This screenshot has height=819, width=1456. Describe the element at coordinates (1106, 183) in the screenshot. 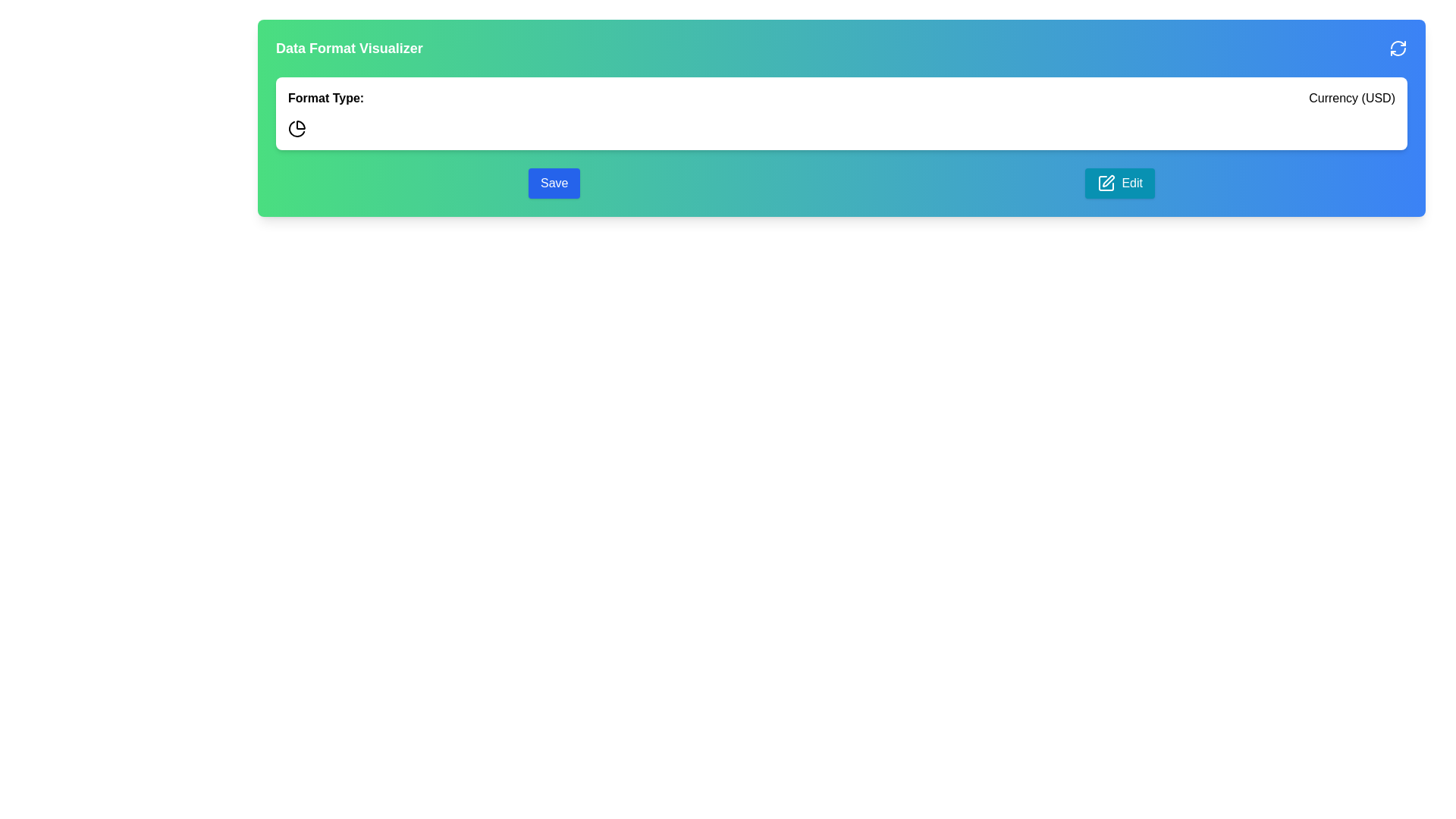

I see `the icon located to the left of the 'Edit' text within the 'Edit' button in the lower-right area of the main layout` at that location.